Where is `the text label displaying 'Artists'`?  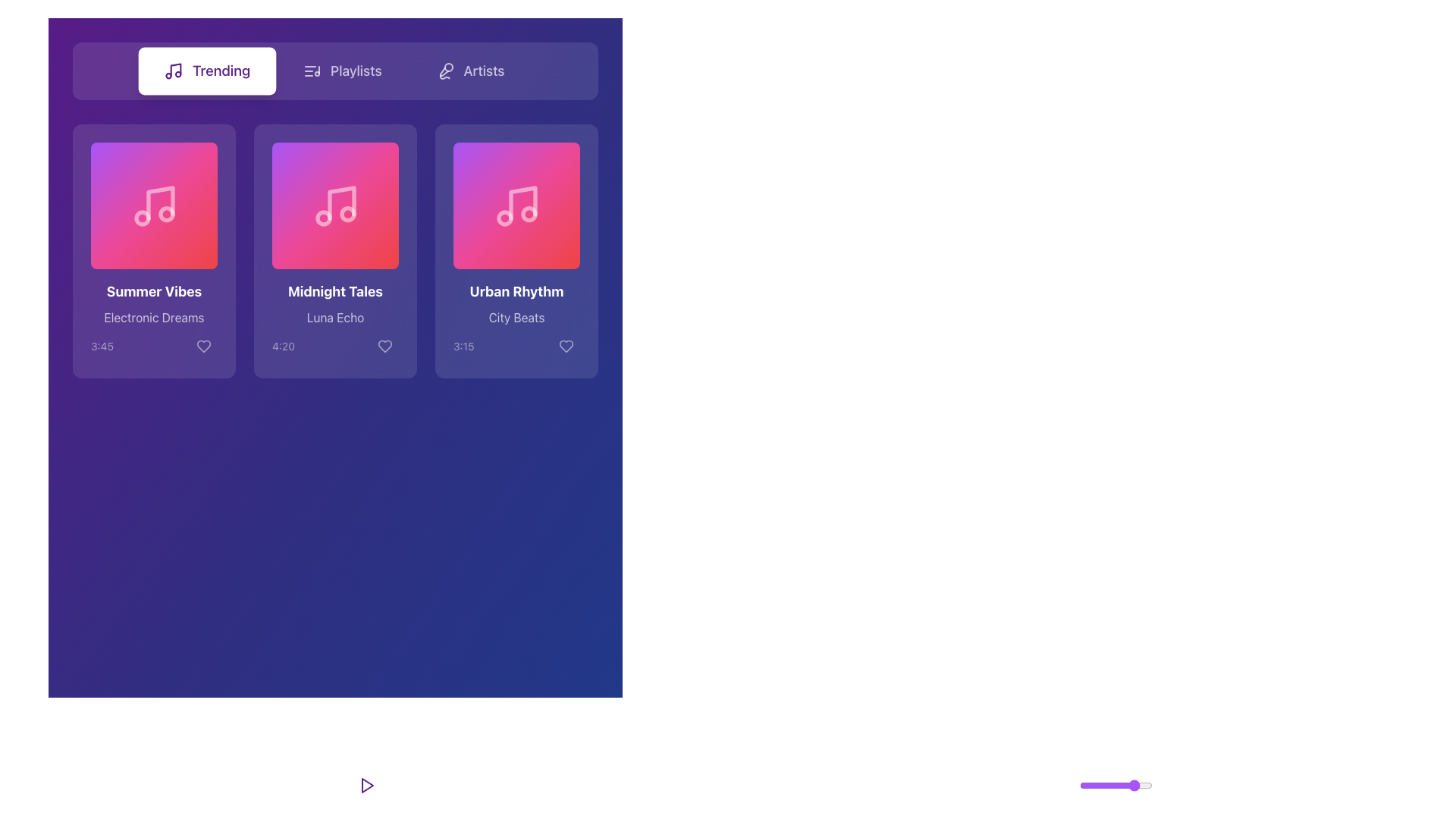
the text label displaying 'Artists' is located at coordinates (483, 71).